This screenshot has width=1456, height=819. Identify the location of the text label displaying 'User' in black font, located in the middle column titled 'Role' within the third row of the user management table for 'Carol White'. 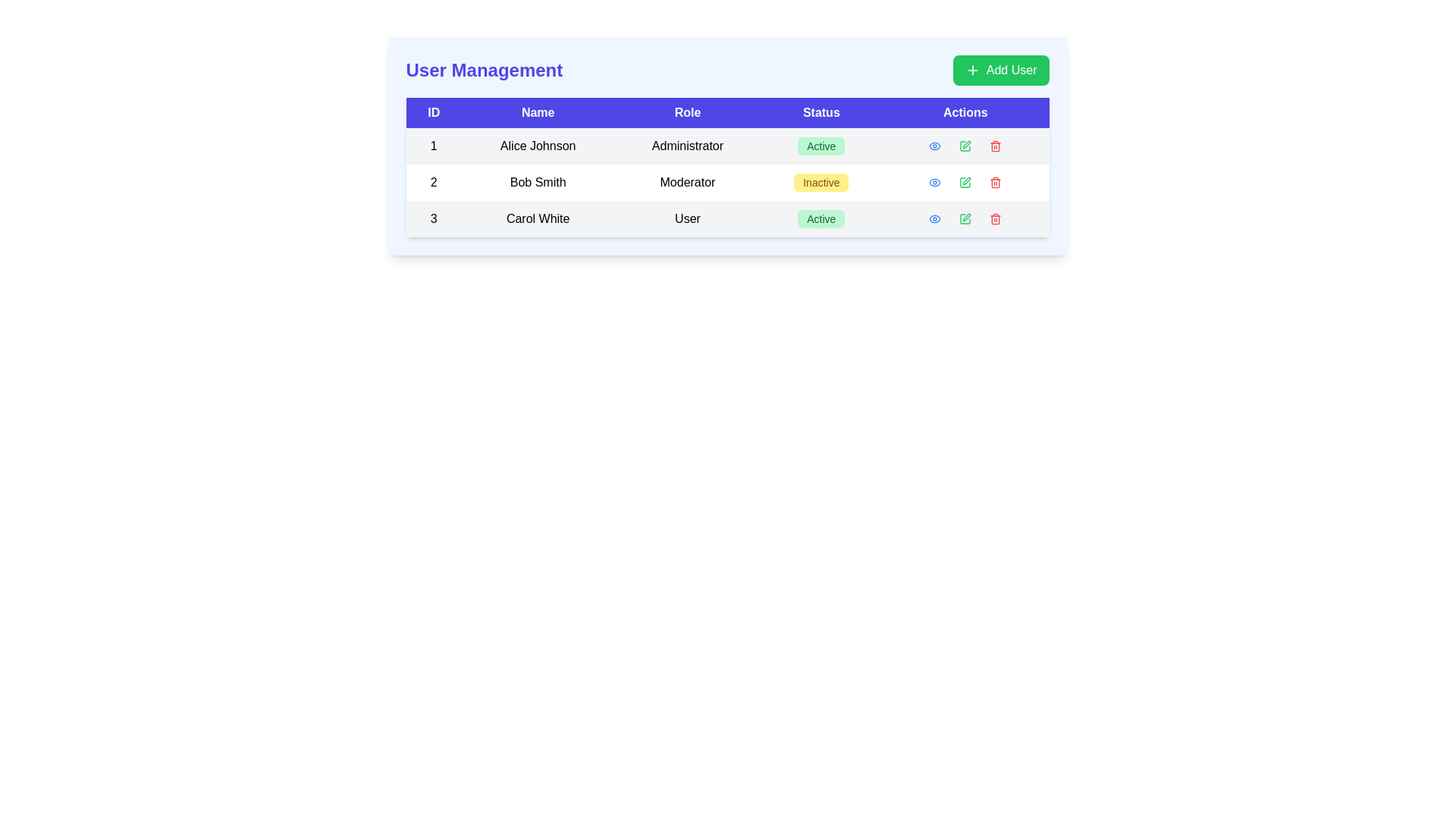
(687, 219).